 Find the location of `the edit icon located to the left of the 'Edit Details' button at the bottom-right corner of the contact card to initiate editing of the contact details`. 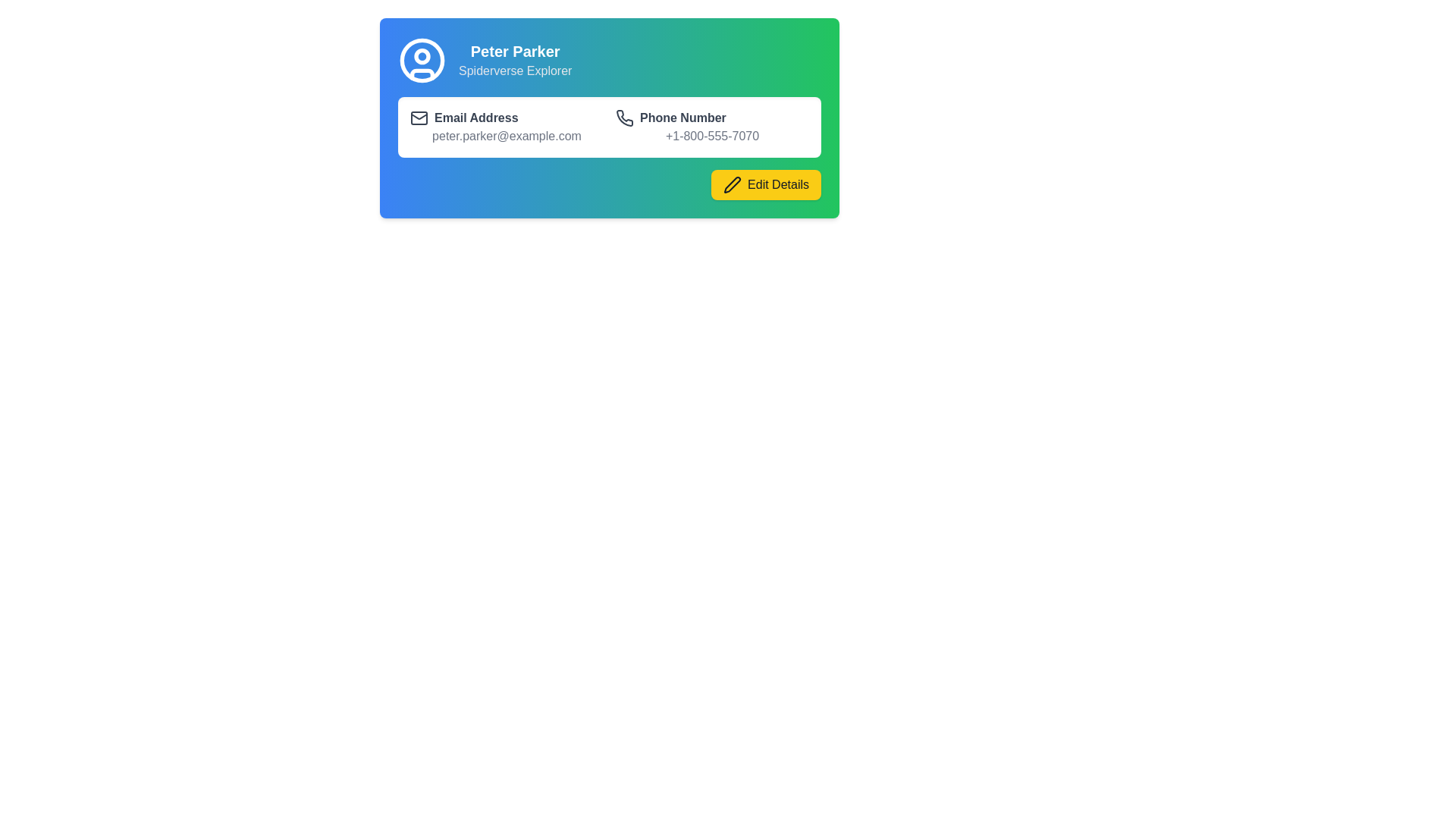

the edit icon located to the left of the 'Edit Details' button at the bottom-right corner of the contact card to initiate editing of the contact details is located at coordinates (733, 184).